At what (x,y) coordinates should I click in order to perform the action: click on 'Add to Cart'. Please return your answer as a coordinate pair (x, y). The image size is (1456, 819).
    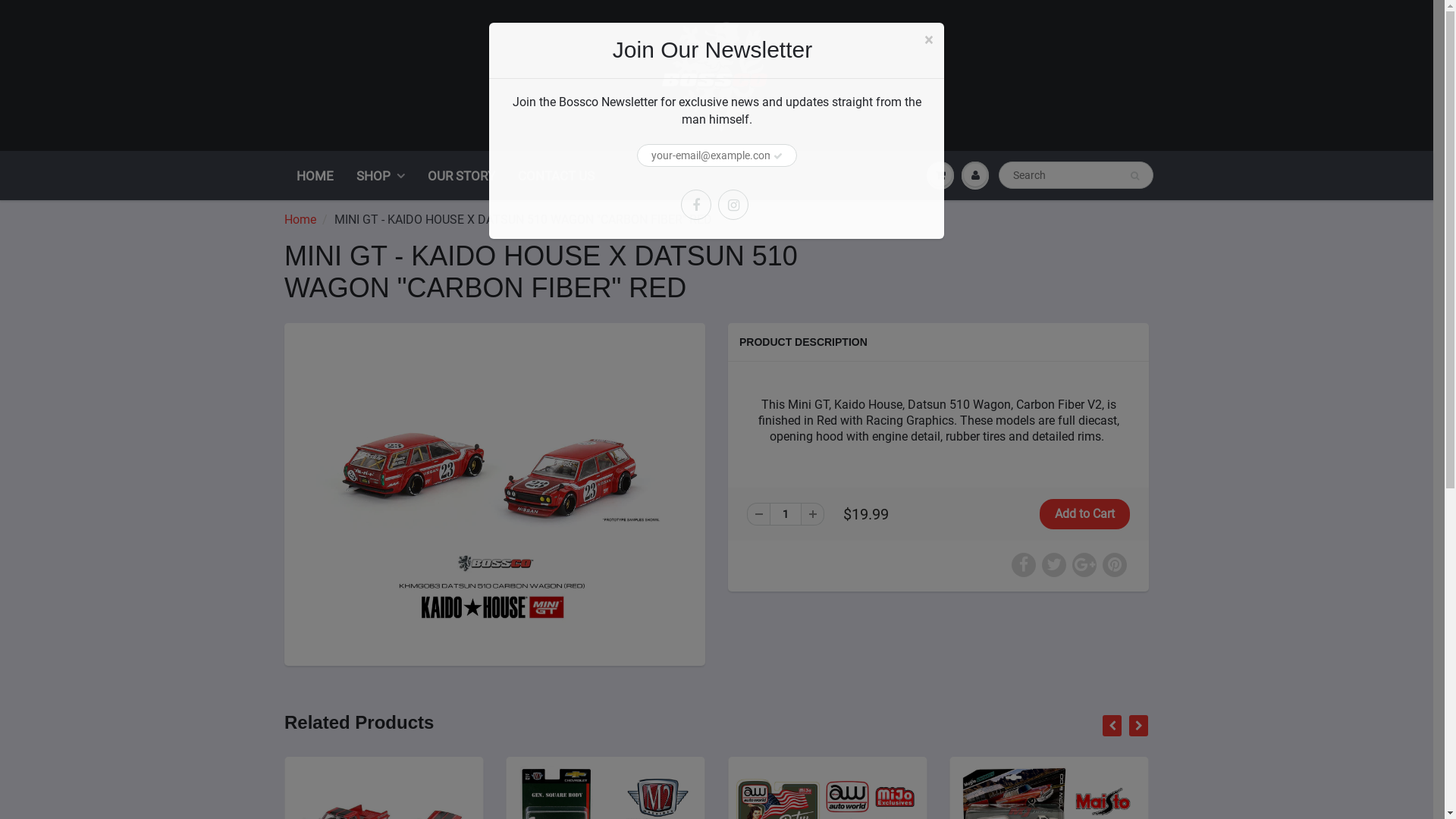
    Looking at the image, I should click on (1084, 513).